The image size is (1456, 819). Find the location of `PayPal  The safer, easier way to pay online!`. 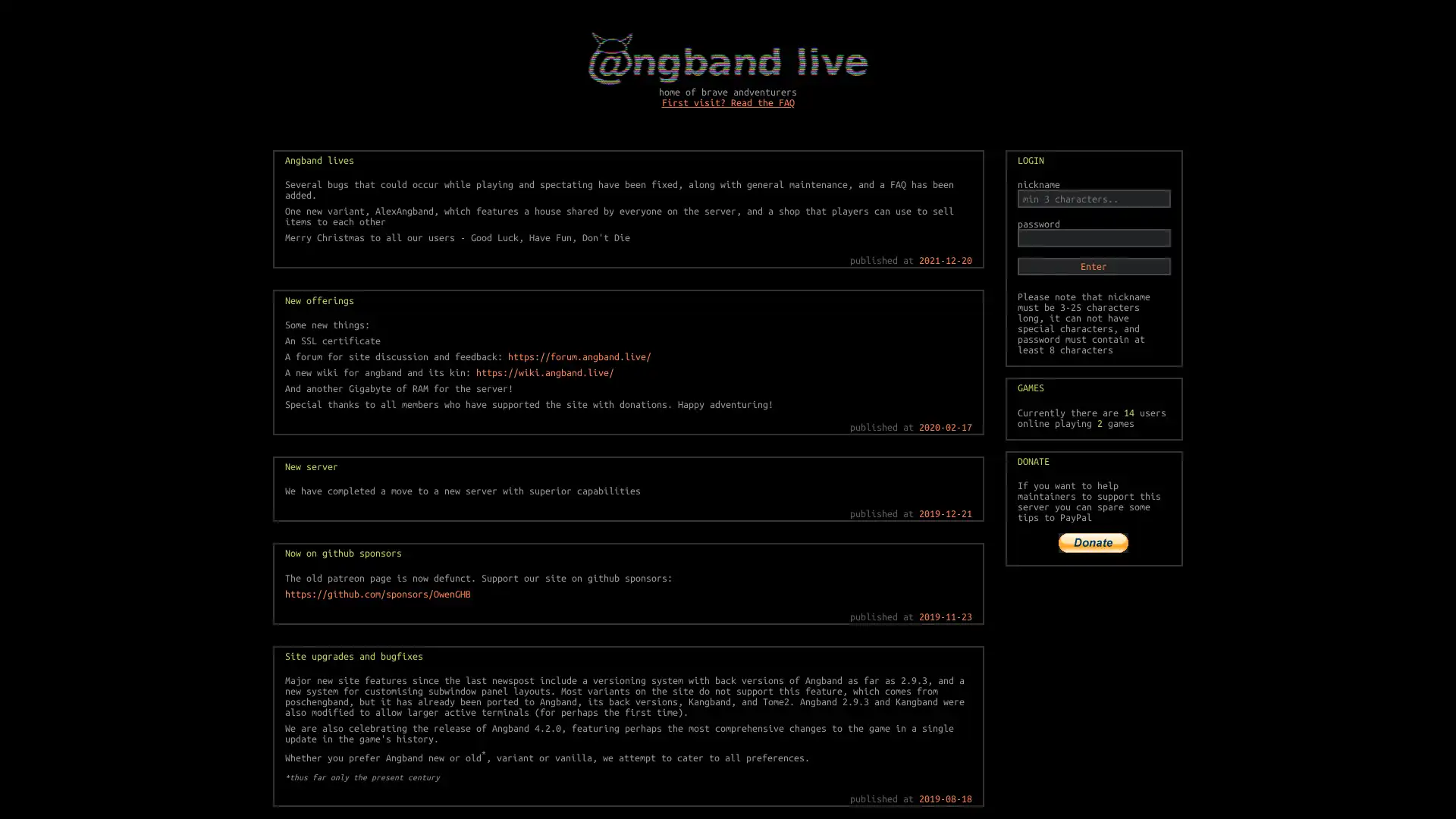

PayPal  The safer, easier way to pay online! is located at coordinates (1093, 541).